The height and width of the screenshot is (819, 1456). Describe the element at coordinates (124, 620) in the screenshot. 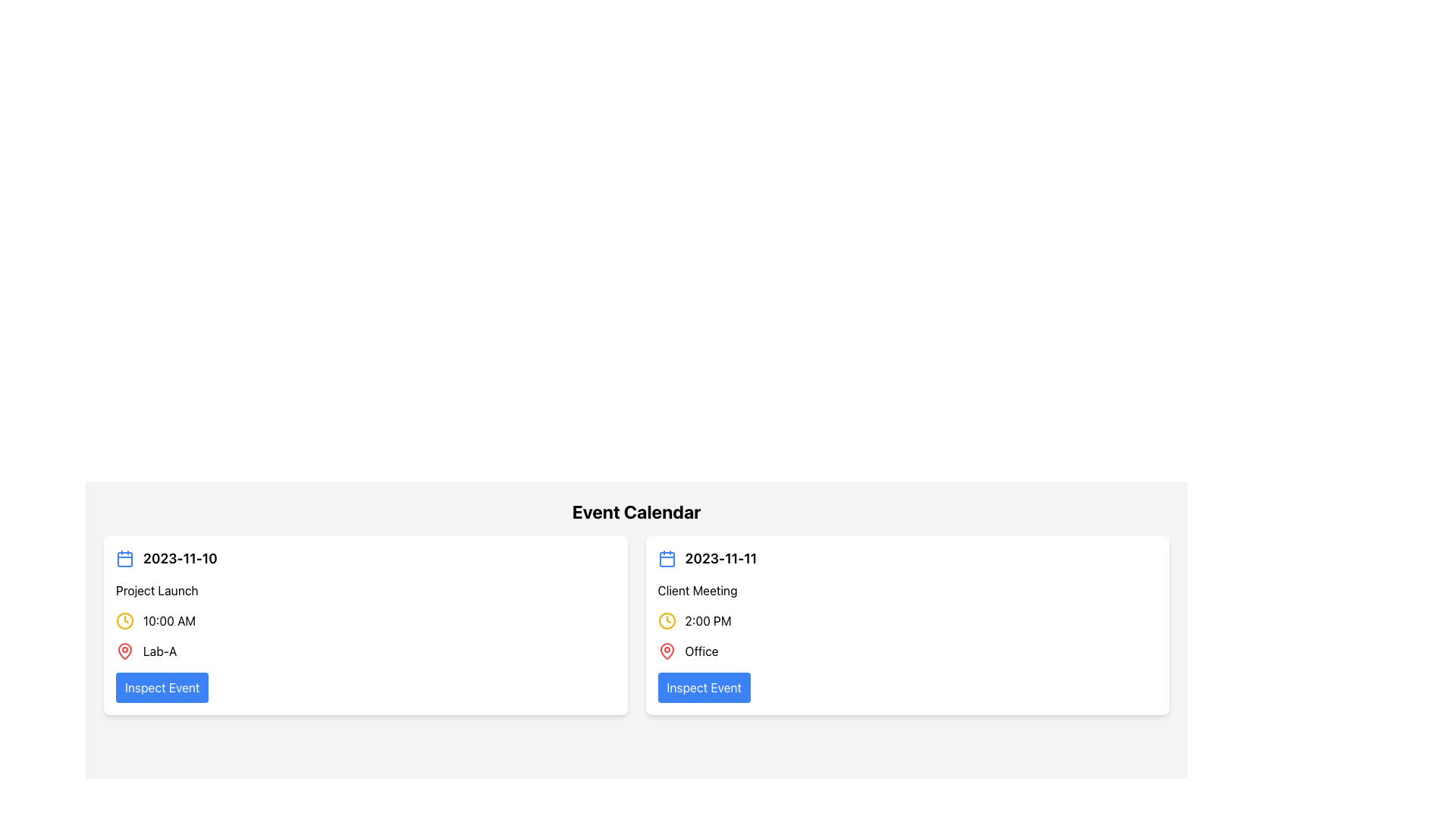

I see `the circular outline within the yellow-themed clock icon for the 'Project Launch' event information card on '2023-11-10', located above the time '10:00 AM'` at that location.